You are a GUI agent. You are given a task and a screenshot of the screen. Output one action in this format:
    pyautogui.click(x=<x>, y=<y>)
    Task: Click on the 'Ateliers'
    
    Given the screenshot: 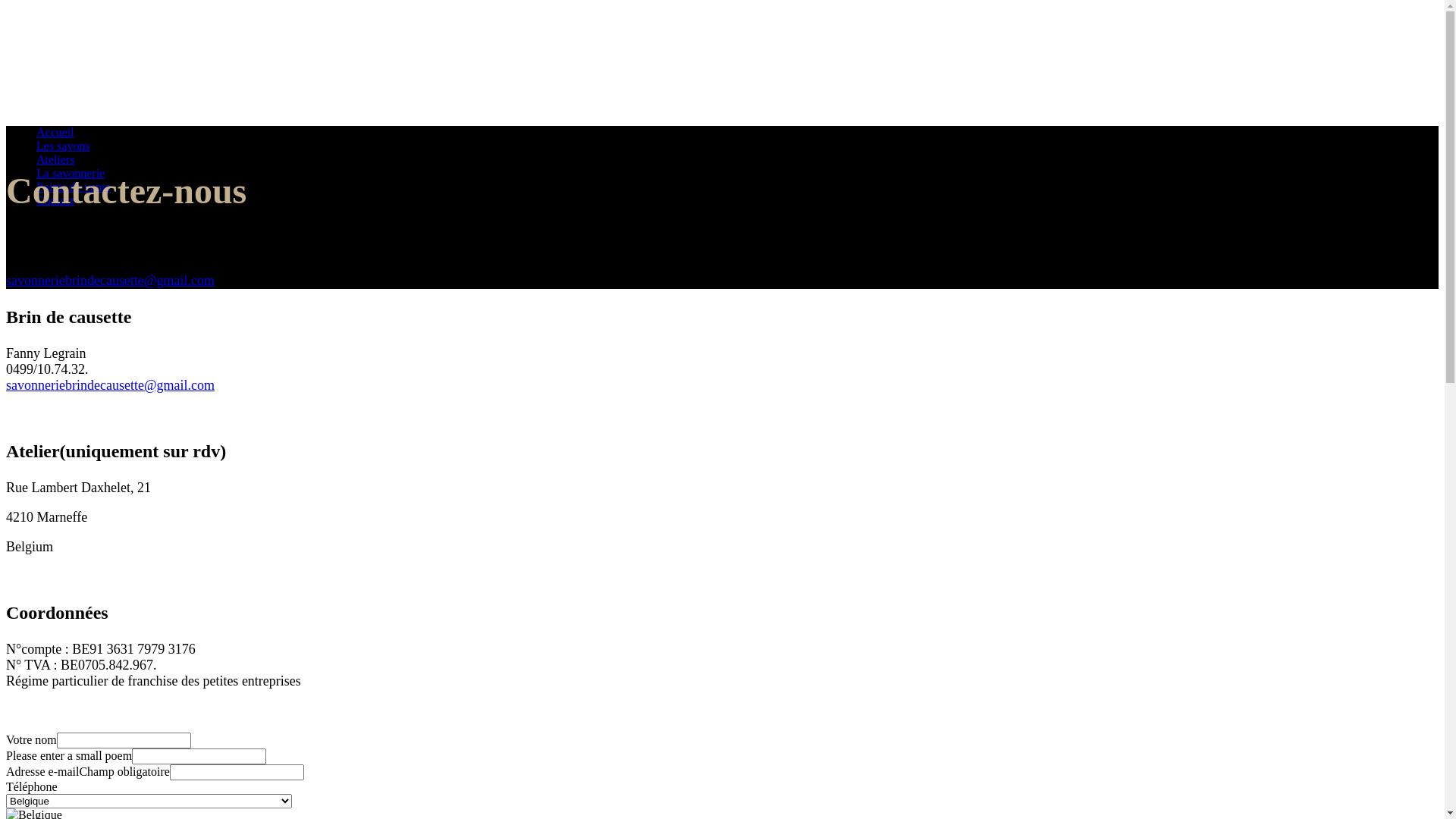 What is the action you would take?
    pyautogui.click(x=55, y=159)
    